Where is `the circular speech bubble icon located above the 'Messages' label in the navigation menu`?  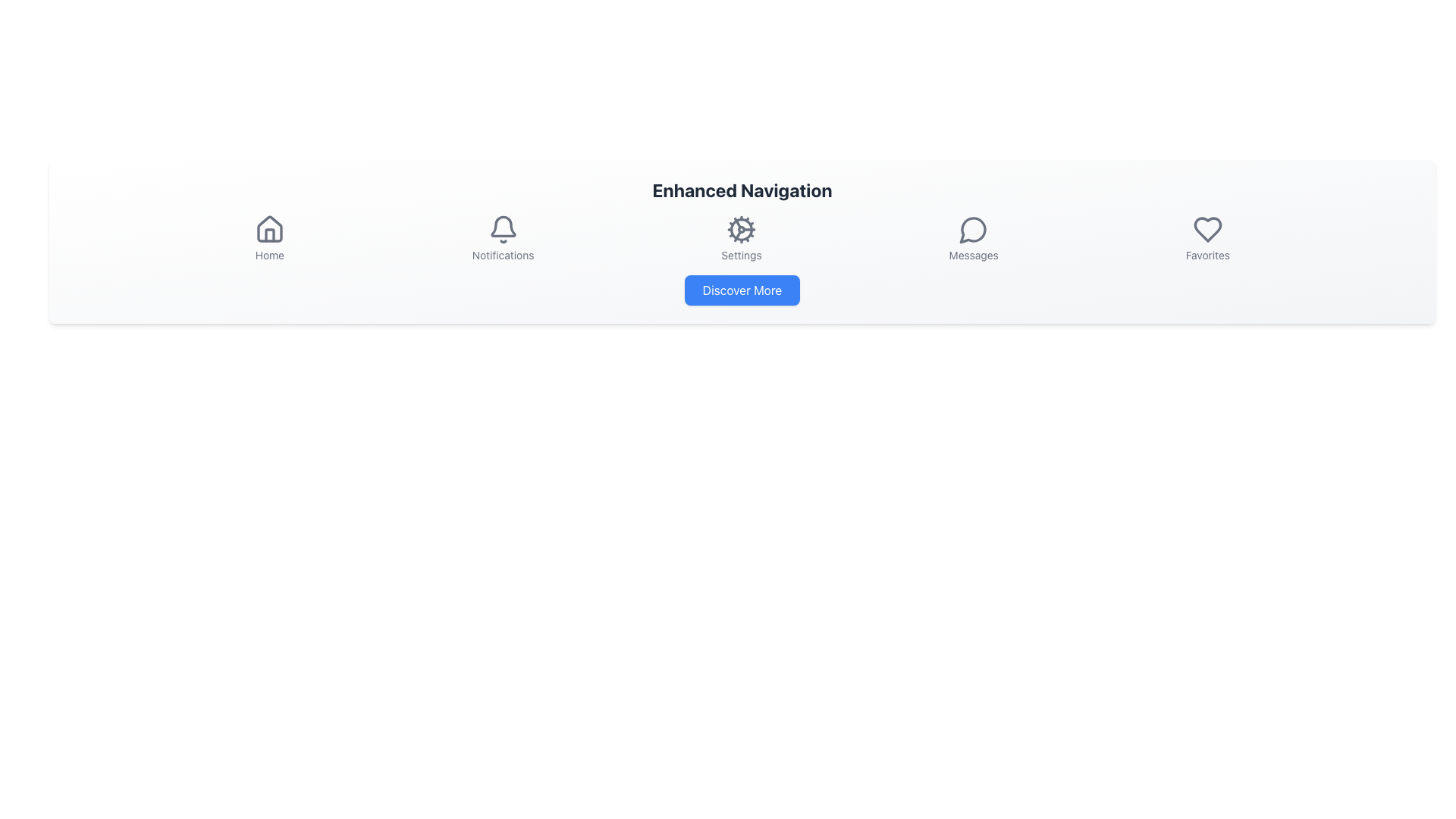
the circular speech bubble icon located above the 'Messages' label in the navigation menu is located at coordinates (974, 230).